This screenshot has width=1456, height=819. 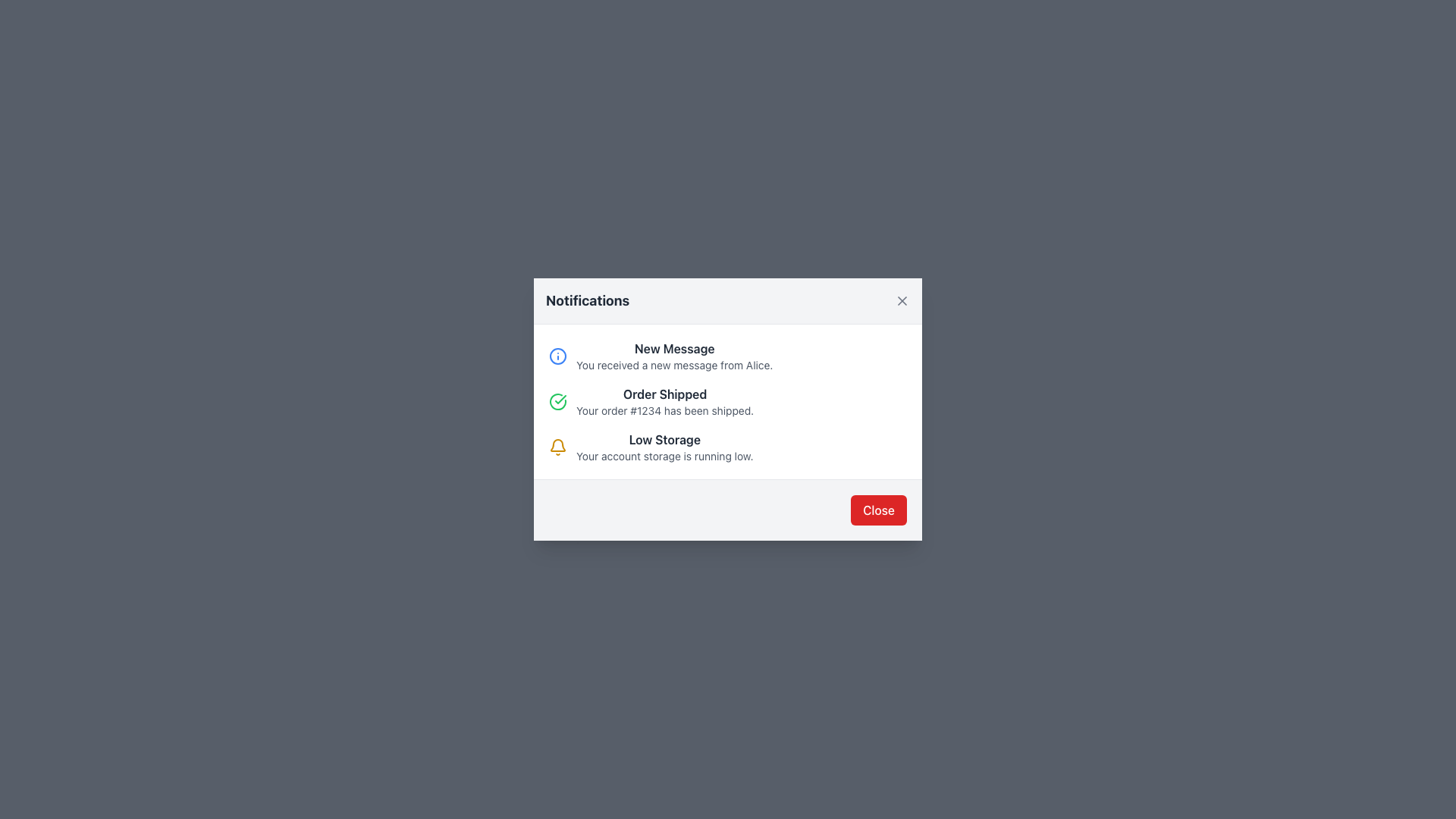 What do you see at coordinates (557, 447) in the screenshot?
I see `the bell icon located on the left side of the 'Low Storage' notification text to acknowledge or open associated actions` at bounding box center [557, 447].